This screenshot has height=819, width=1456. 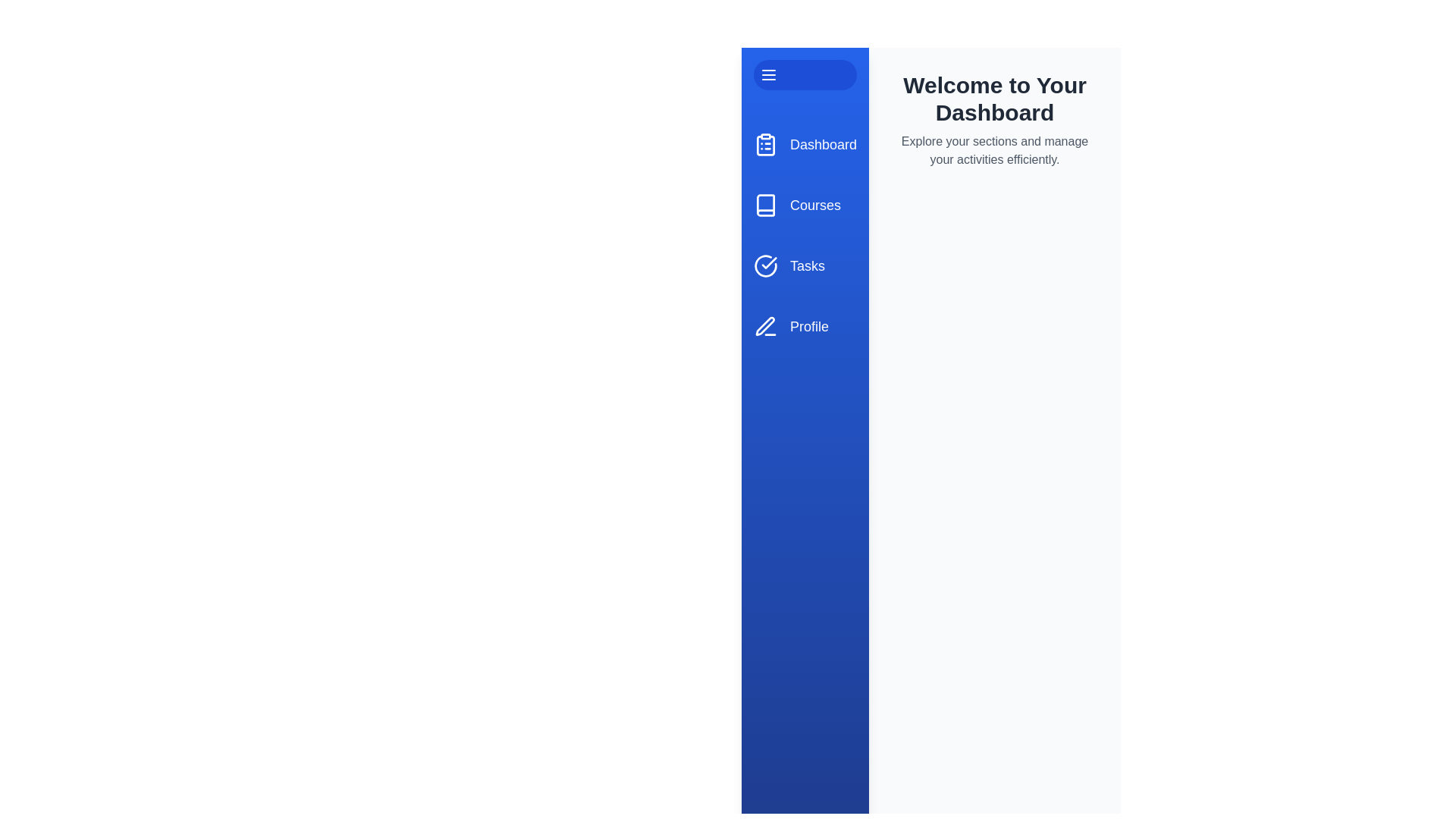 What do you see at coordinates (804, 326) in the screenshot?
I see `the menu item labeled Profile to navigate` at bounding box center [804, 326].